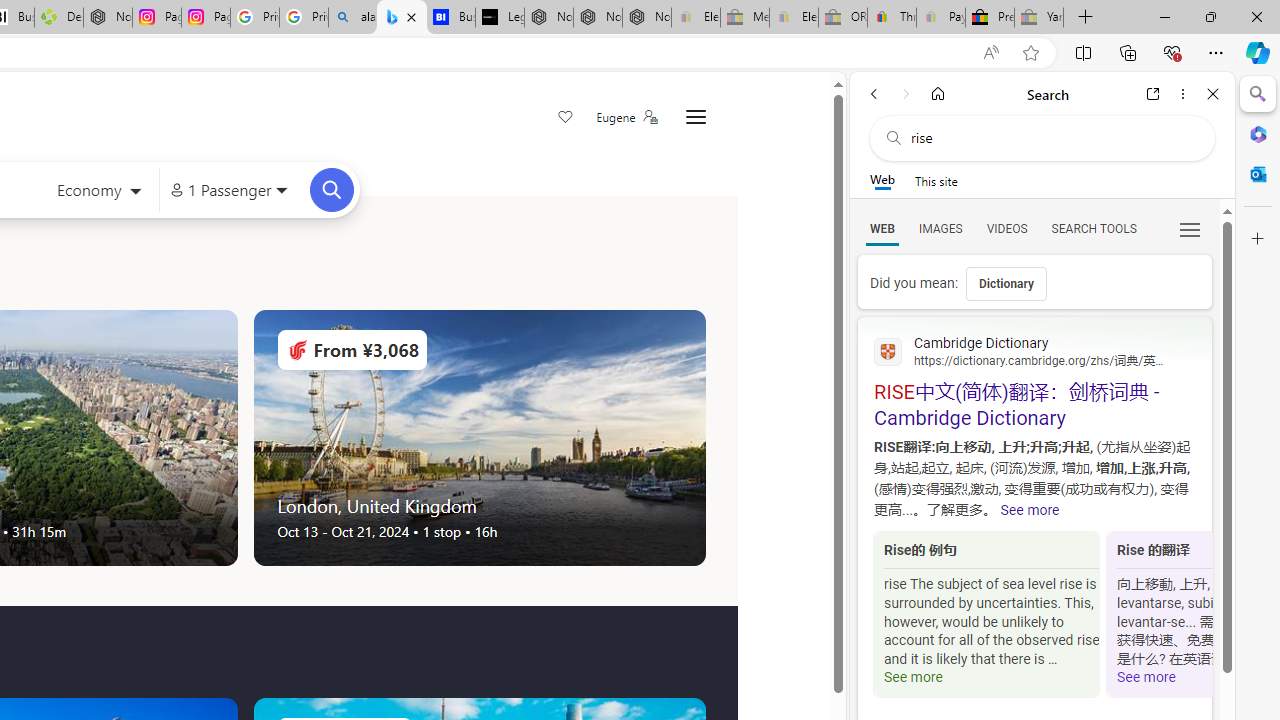 The image size is (1280, 720). What do you see at coordinates (1006, 284) in the screenshot?
I see `'Dictionary'` at bounding box center [1006, 284].